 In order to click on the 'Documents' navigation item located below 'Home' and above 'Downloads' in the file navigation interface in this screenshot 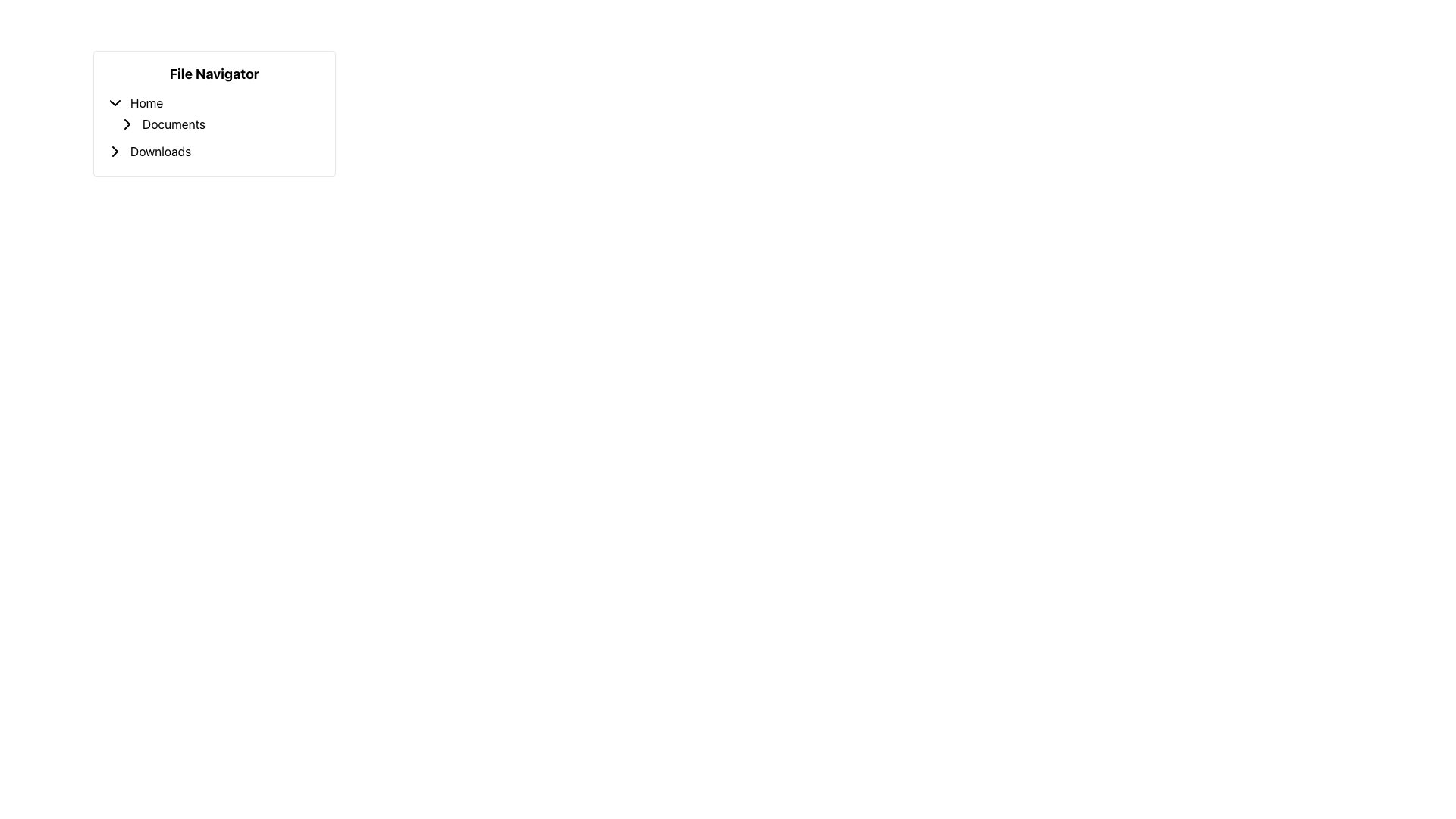, I will do `click(220, 124)`.